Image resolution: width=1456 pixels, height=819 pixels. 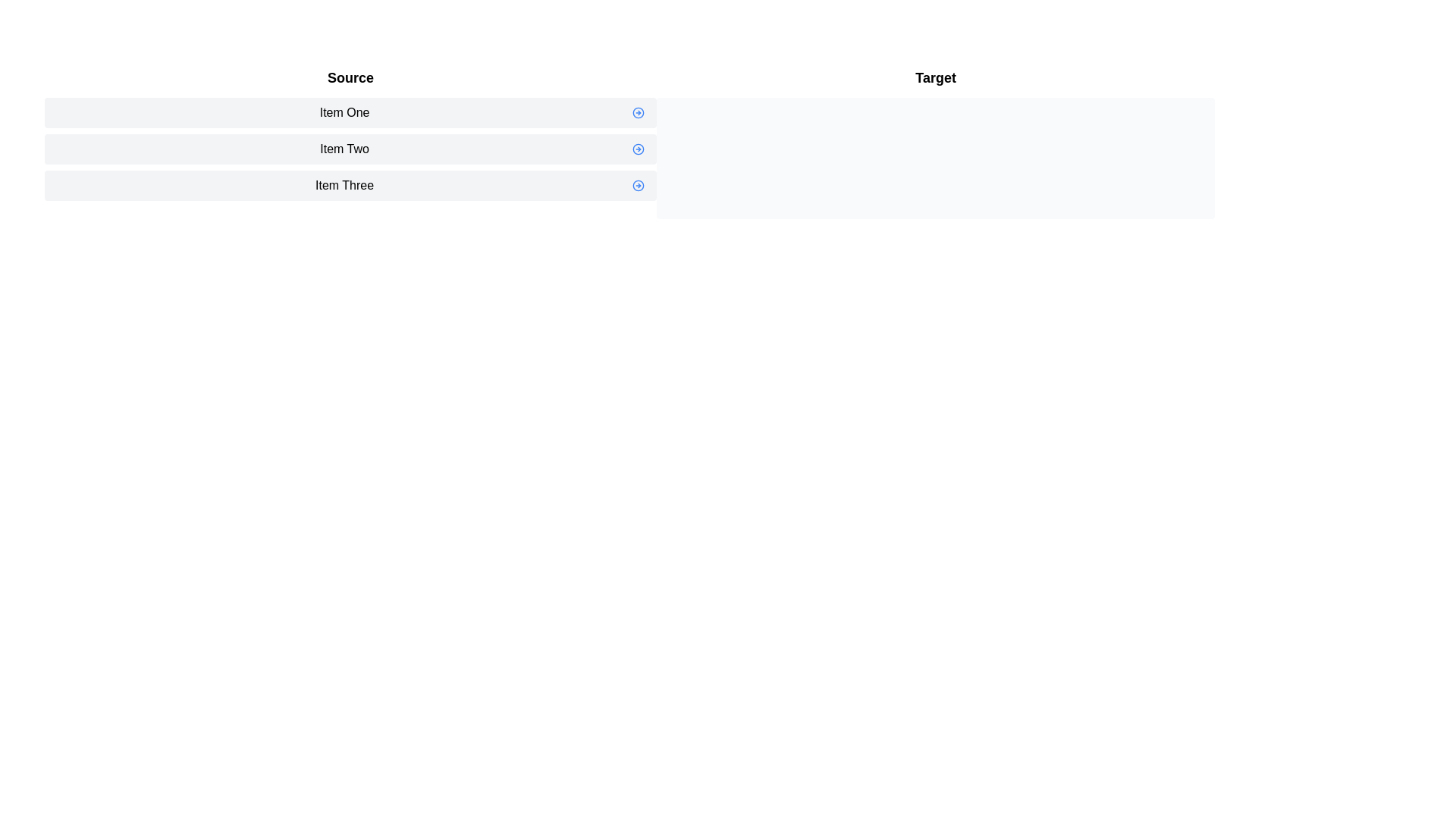 What do you see at coordinates (639, 112) in the screenshot?
I see `the interactive Icon Button located at the rightmost position of the 'Item One' row` at bounding box center [639, 112].